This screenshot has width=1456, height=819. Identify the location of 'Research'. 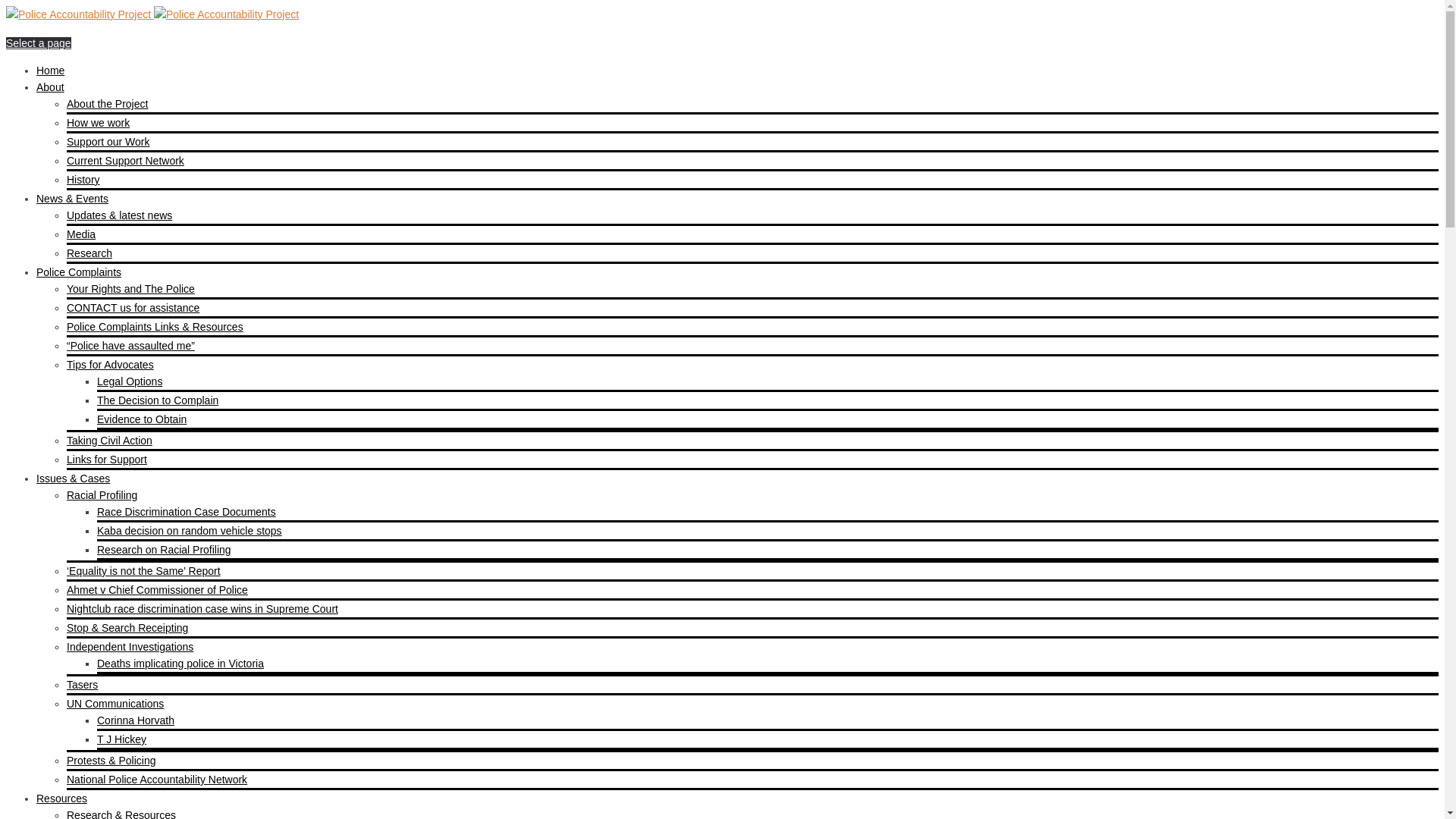
(65, 253).